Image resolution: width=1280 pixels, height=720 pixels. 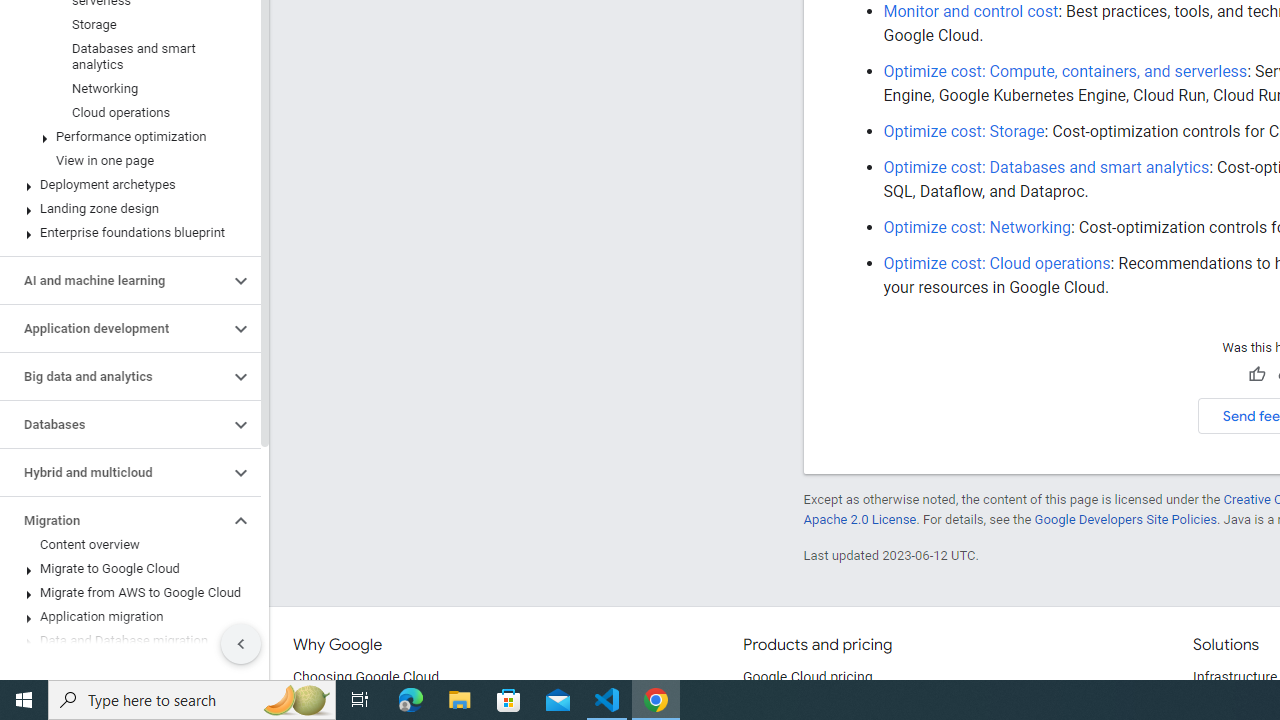 I want to click on 'Migrate to Google Cloud', so click(x=125, y=569).